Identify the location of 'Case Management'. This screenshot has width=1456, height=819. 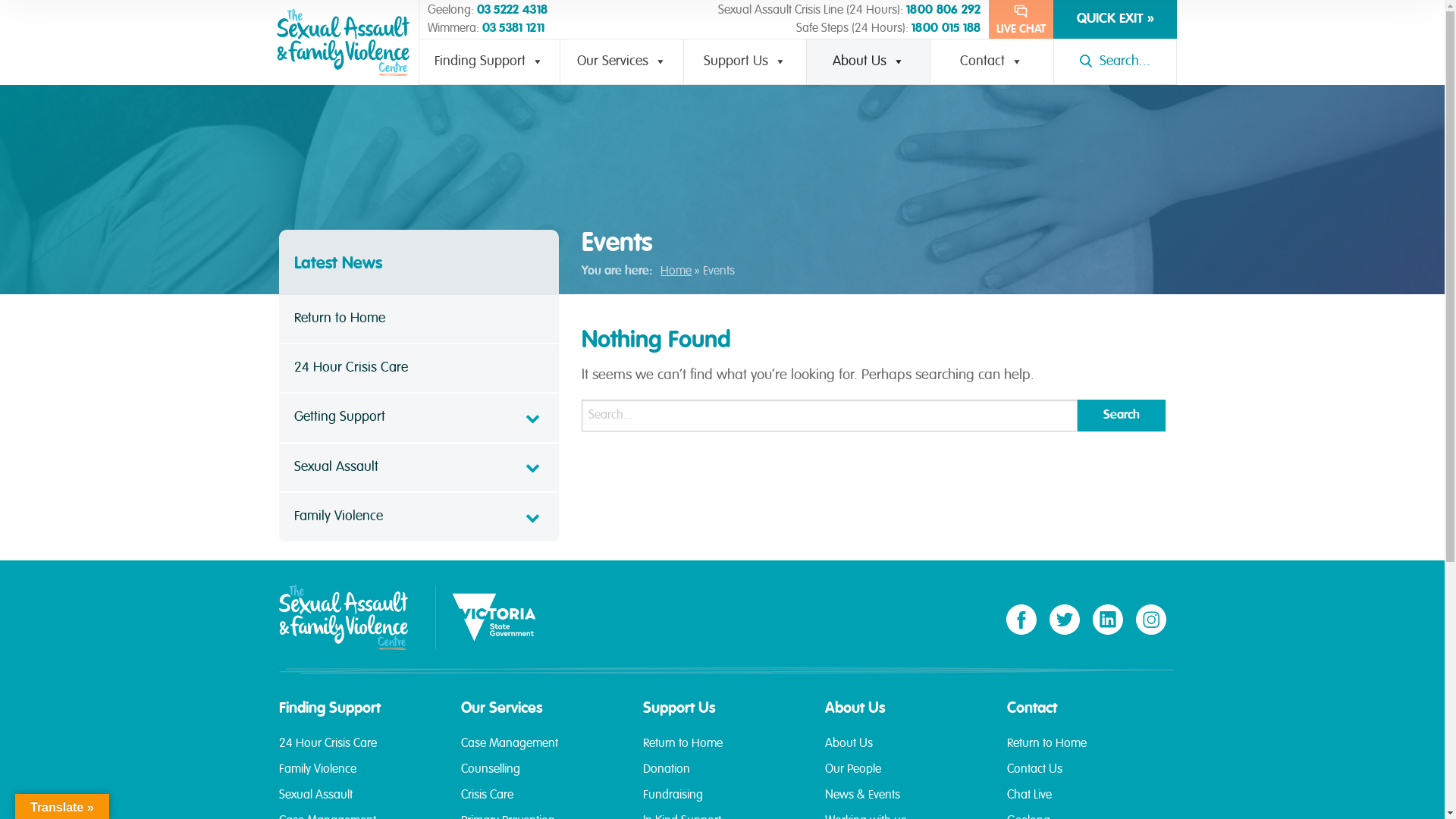
(460, 751).